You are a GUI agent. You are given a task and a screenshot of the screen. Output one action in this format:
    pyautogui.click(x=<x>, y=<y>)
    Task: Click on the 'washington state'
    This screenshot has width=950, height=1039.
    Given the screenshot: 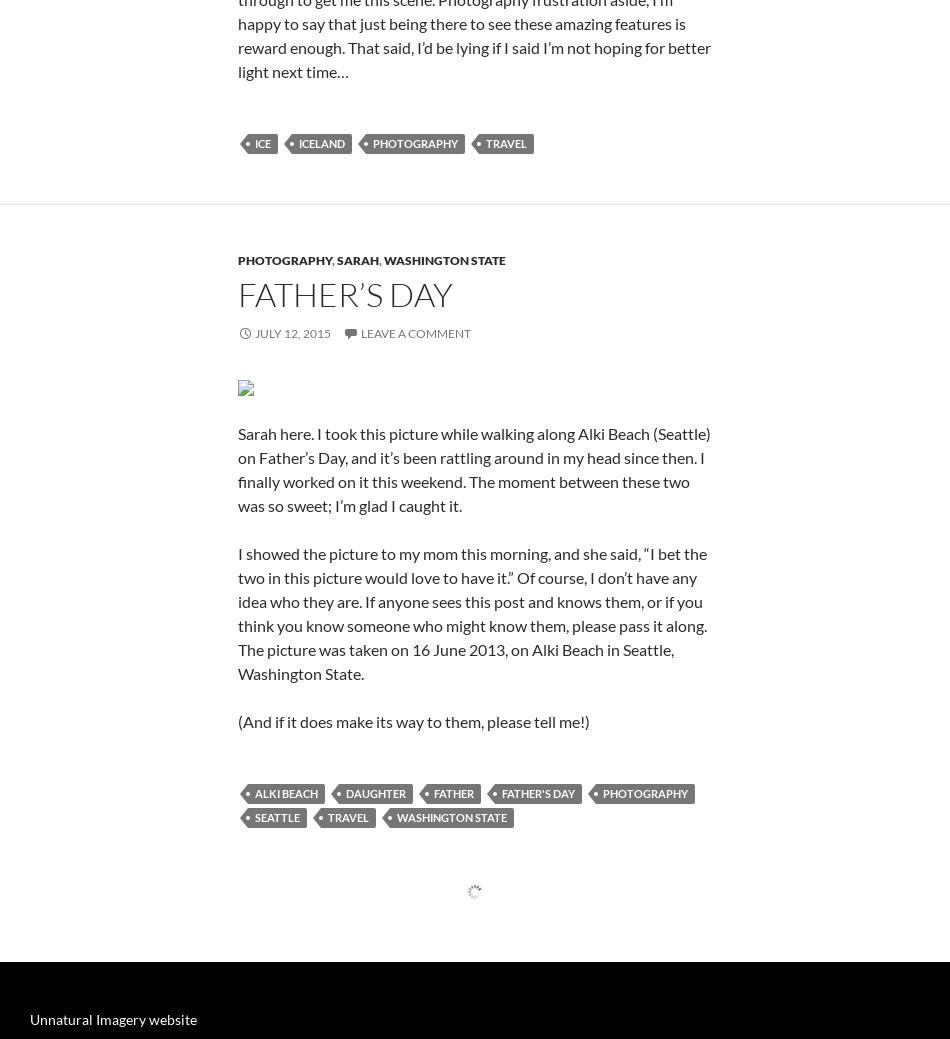 What is the action you would take?
    pyautogui.click(x=443, y=502)
    